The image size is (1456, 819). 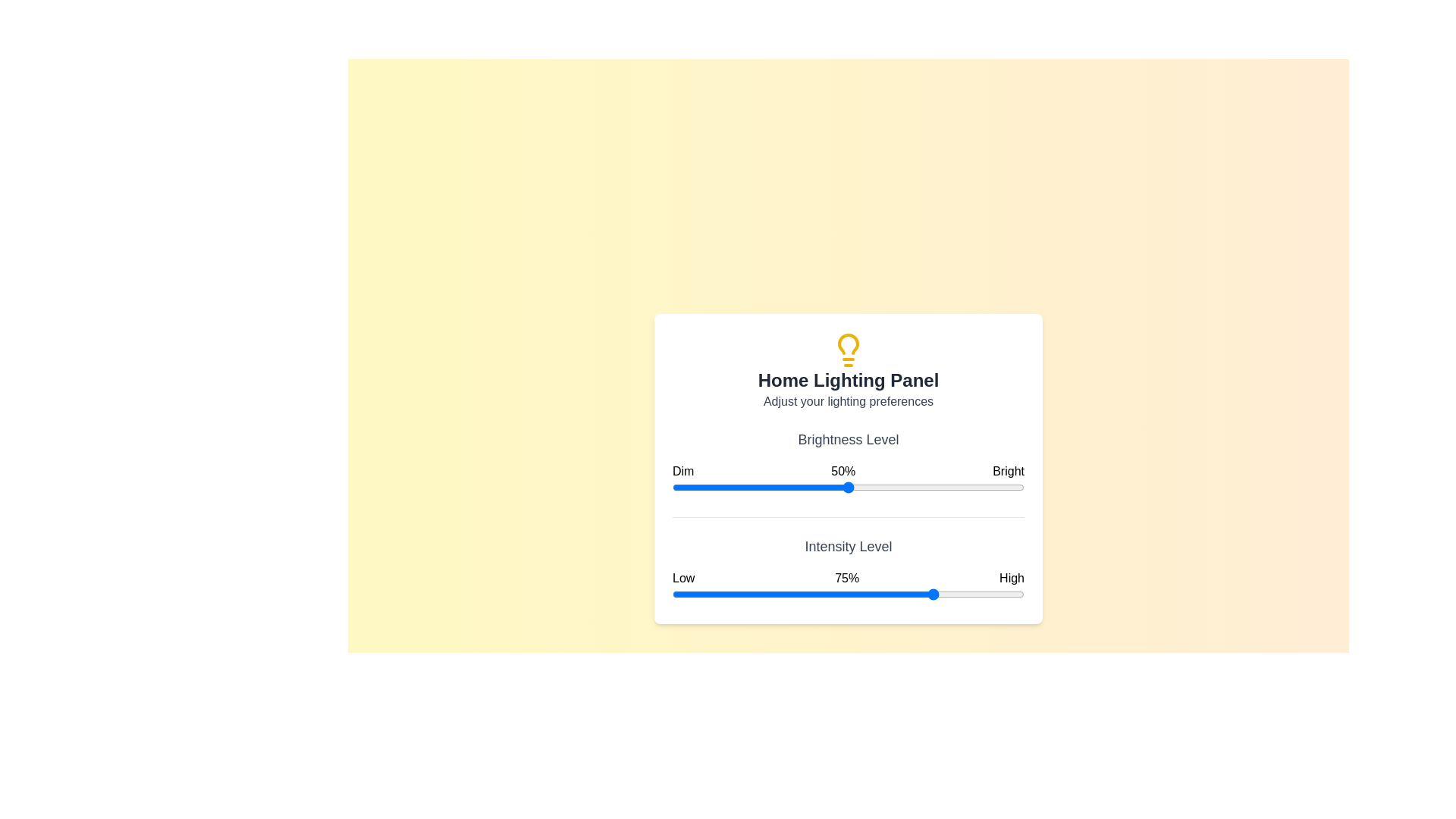 What do you see at coordinates (739, 593) in the screenshot?
I see `the Intensity Level slider` at bounding box center [739, 593].